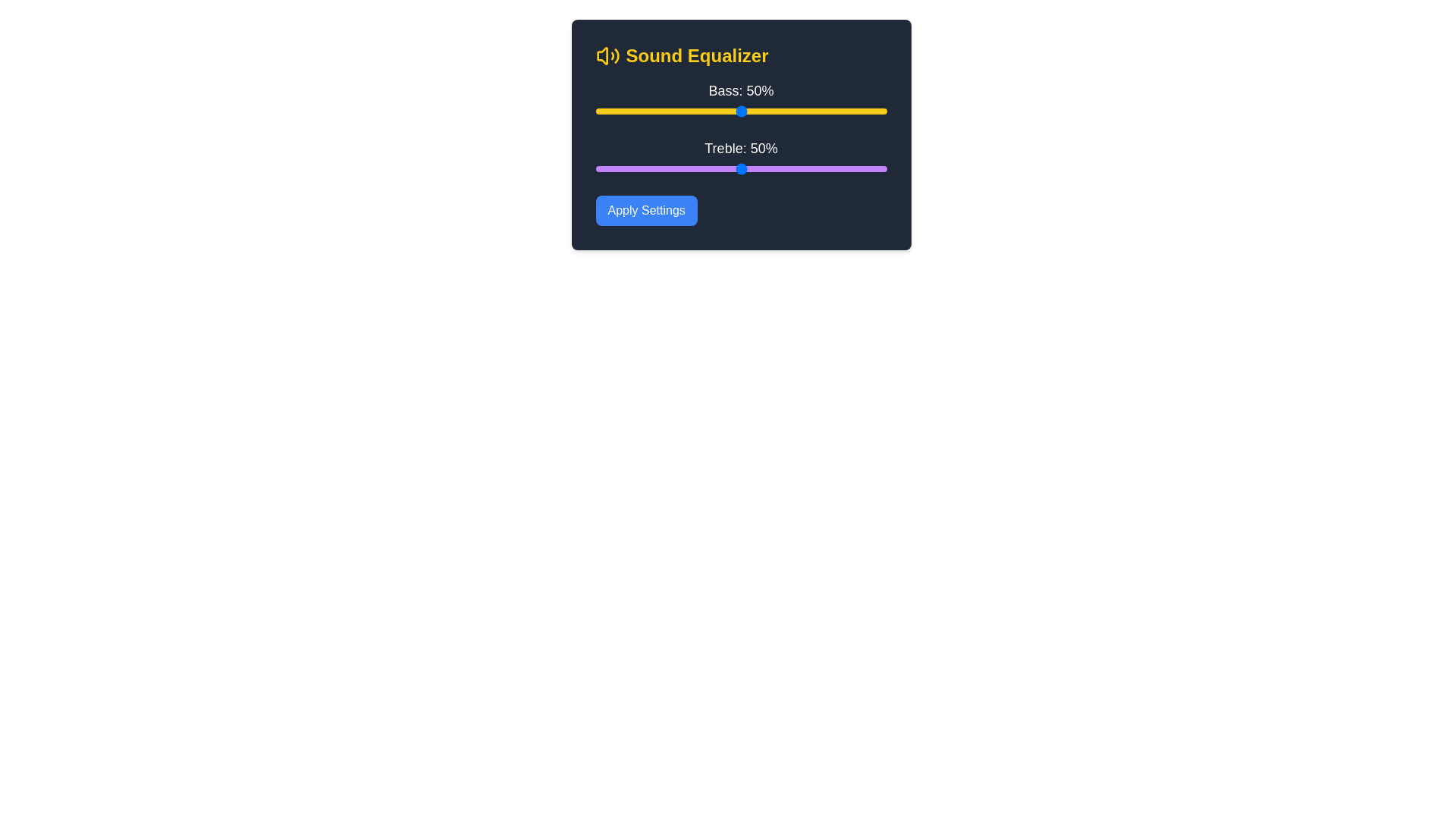  Describe the element at coordinates (816, 110) in the screenshot. I see `the bass level to 76% using the slider` at that location.